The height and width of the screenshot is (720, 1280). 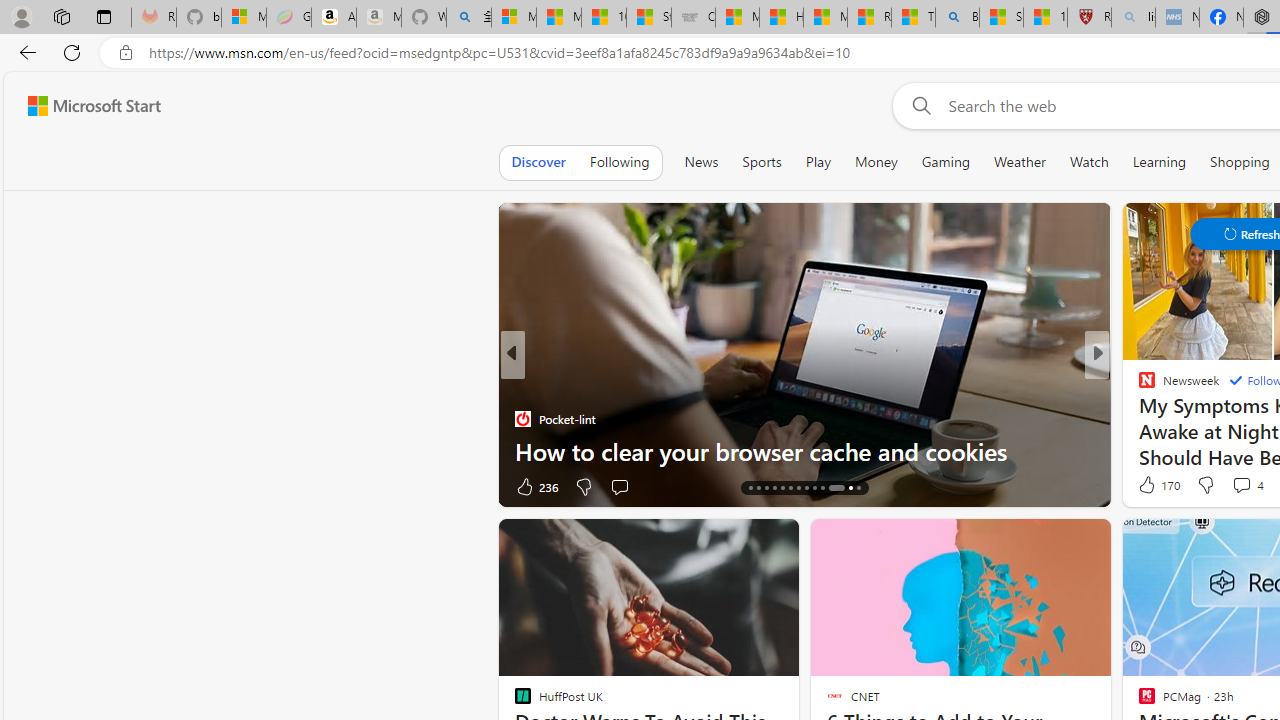 What do you see at coordinates (1001, 17) in the screenshot?
I see `'Science - MSN'` at bounding box center [1001, 17].